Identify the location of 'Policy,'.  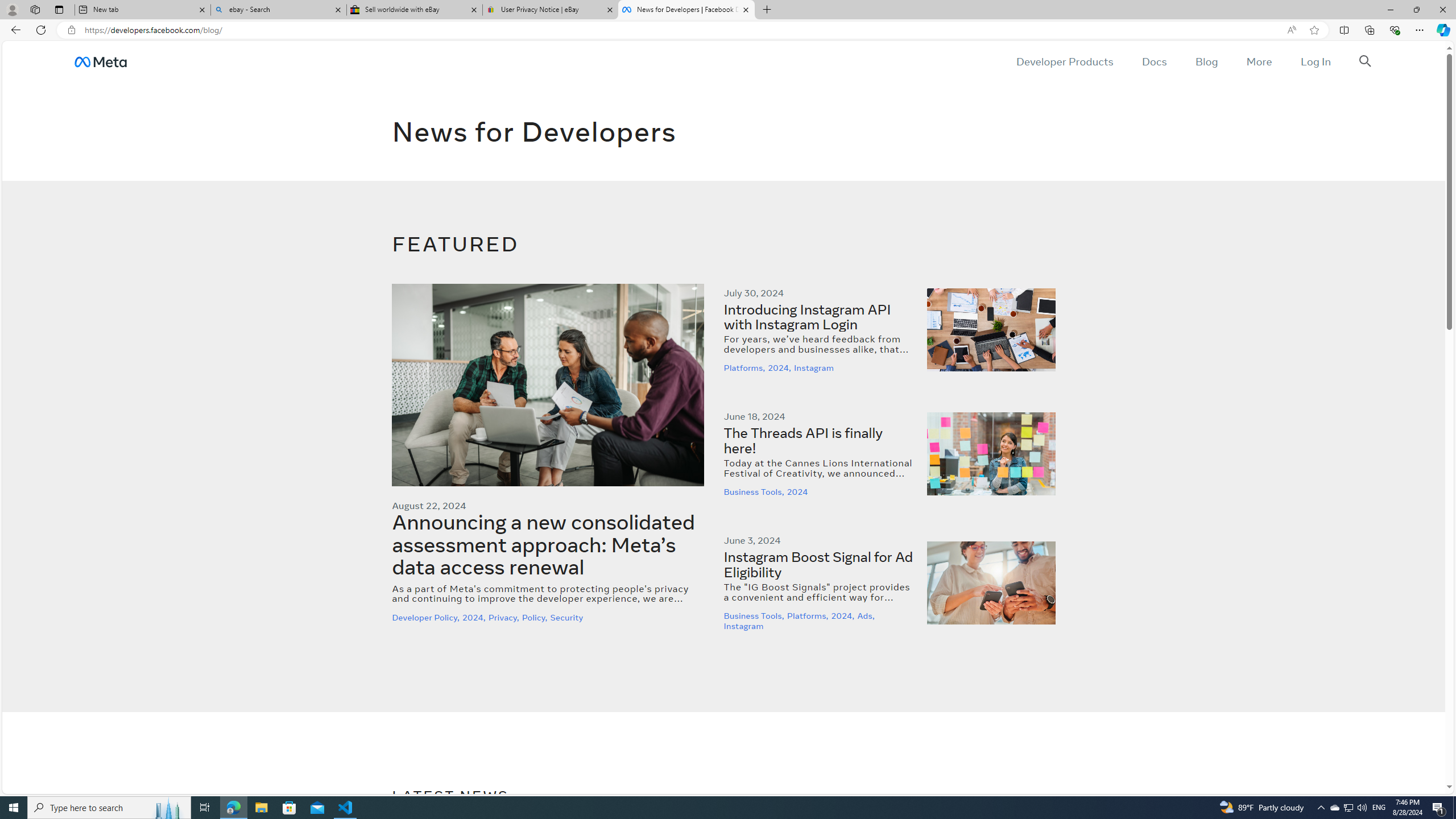
(535, 617).